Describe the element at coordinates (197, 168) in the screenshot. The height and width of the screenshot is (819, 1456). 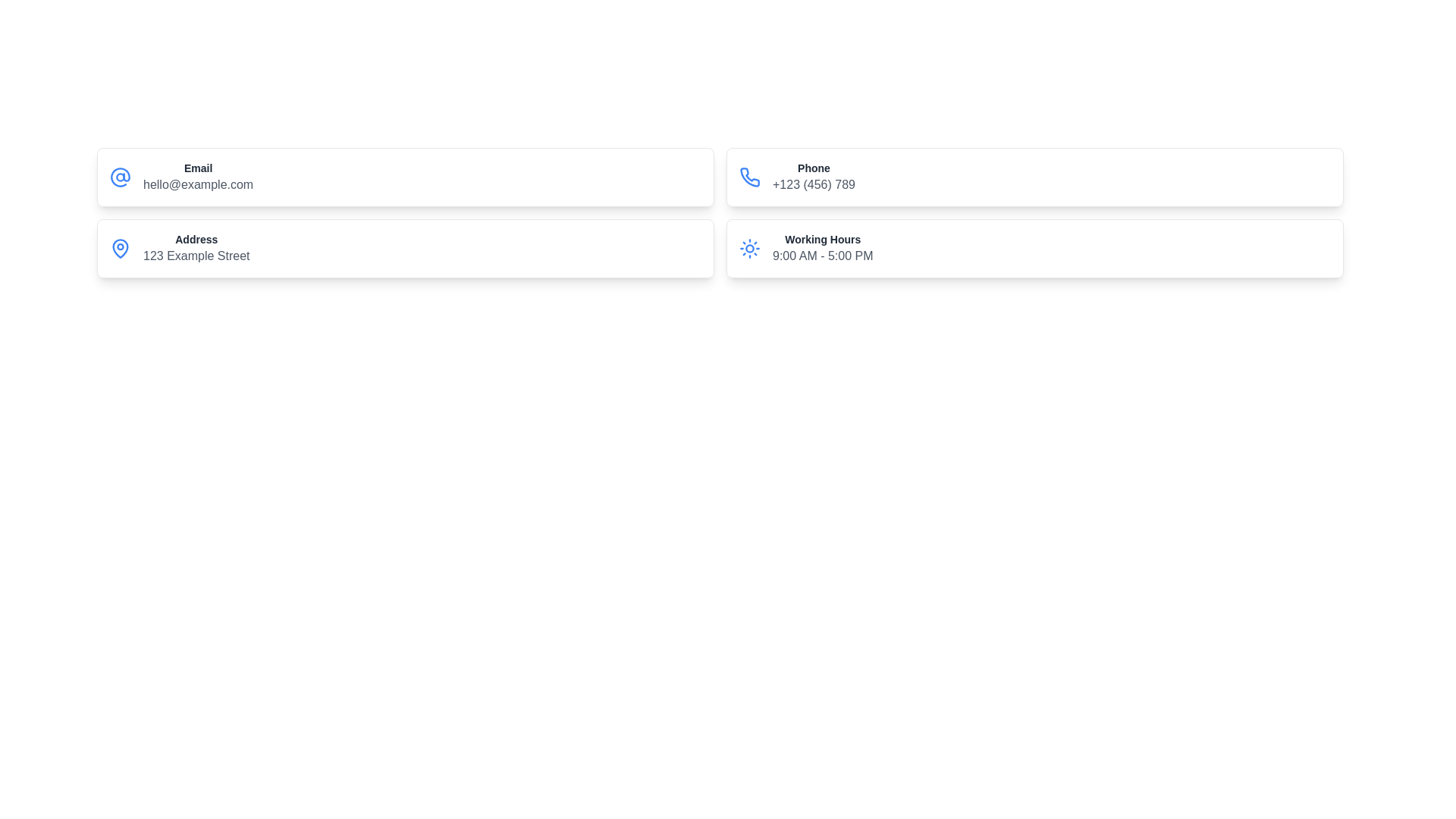
I see `the 'Email' label, which is a compact, bold text in dark gray, located in the left column under an '@' icon` at that location.